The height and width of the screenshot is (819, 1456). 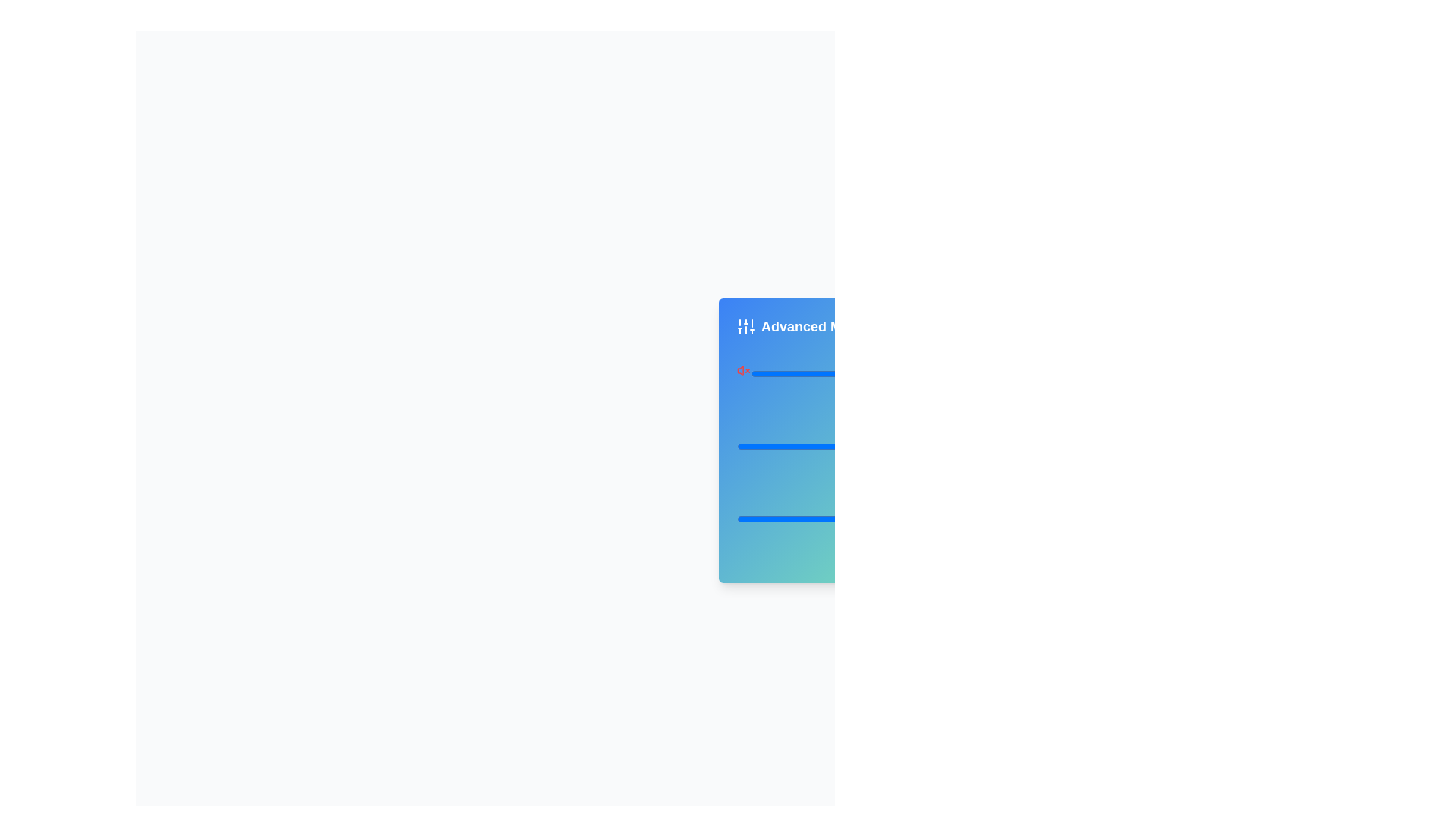 I want to click on the balance value, so click(x=812, y=446).